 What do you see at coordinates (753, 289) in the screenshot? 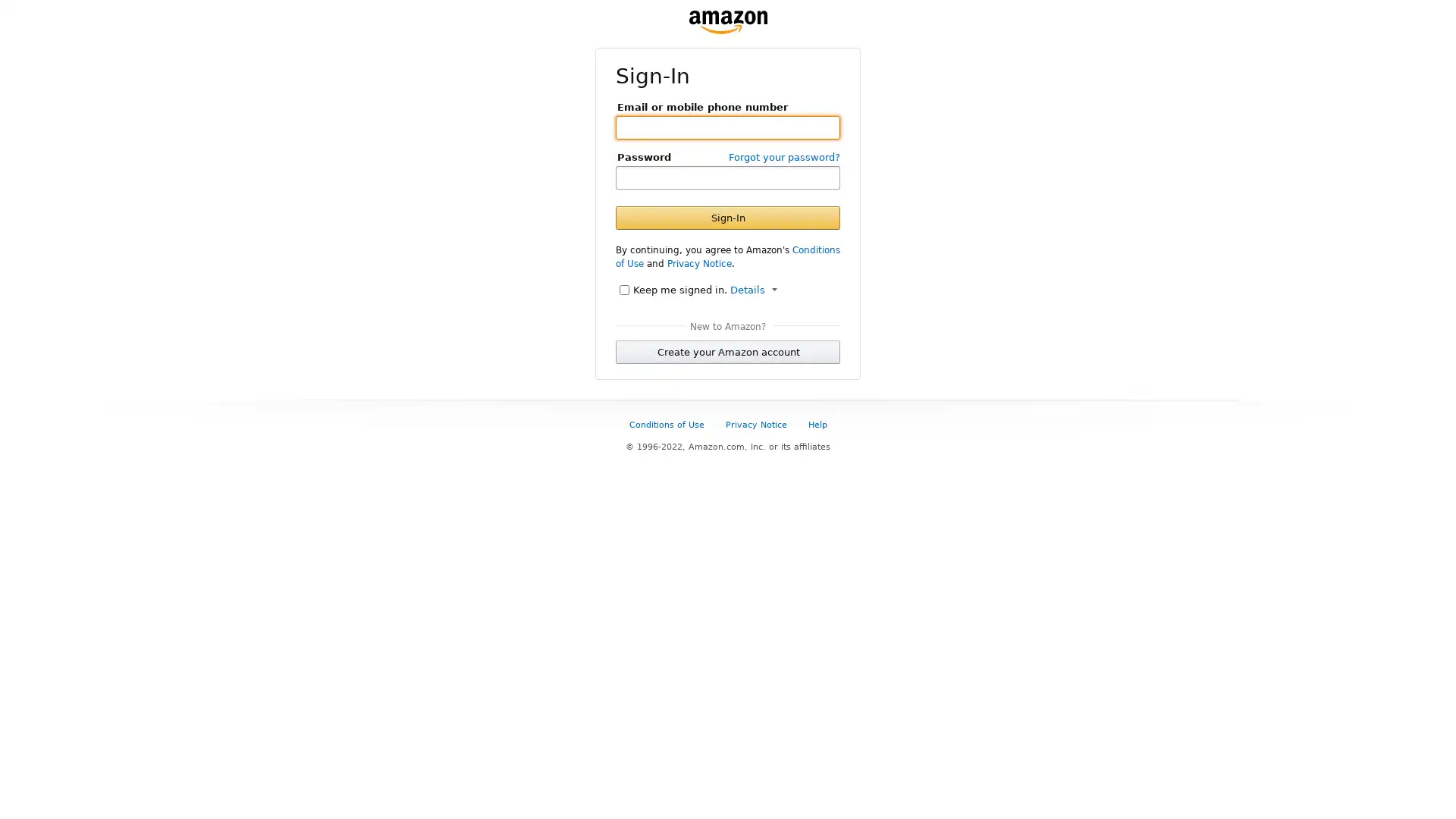
I see `Details` at bounding box center [753, 289].